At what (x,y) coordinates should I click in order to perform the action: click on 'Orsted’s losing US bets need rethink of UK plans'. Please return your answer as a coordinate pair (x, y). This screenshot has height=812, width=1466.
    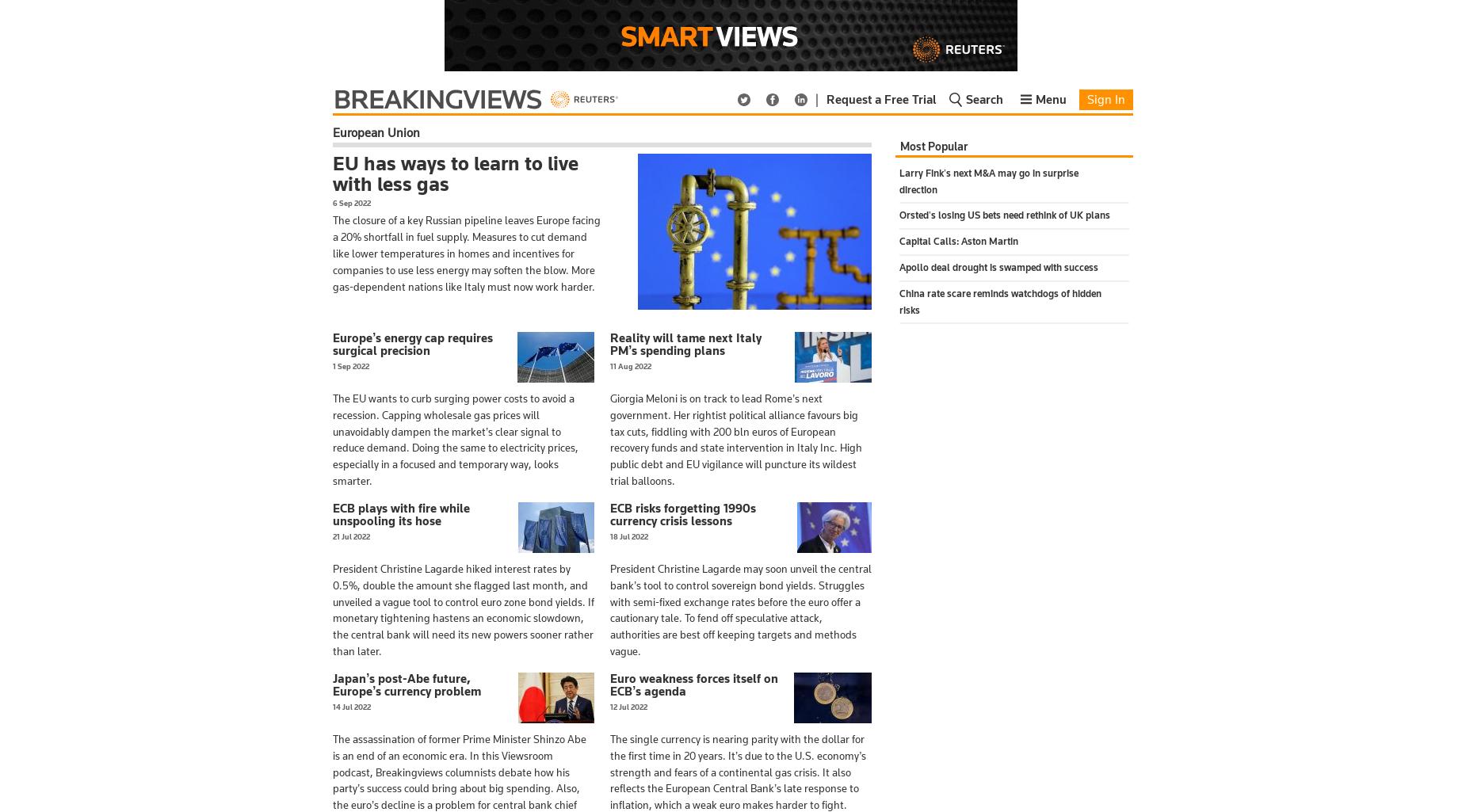
    Looking at the image, I should click on (1003, 214).